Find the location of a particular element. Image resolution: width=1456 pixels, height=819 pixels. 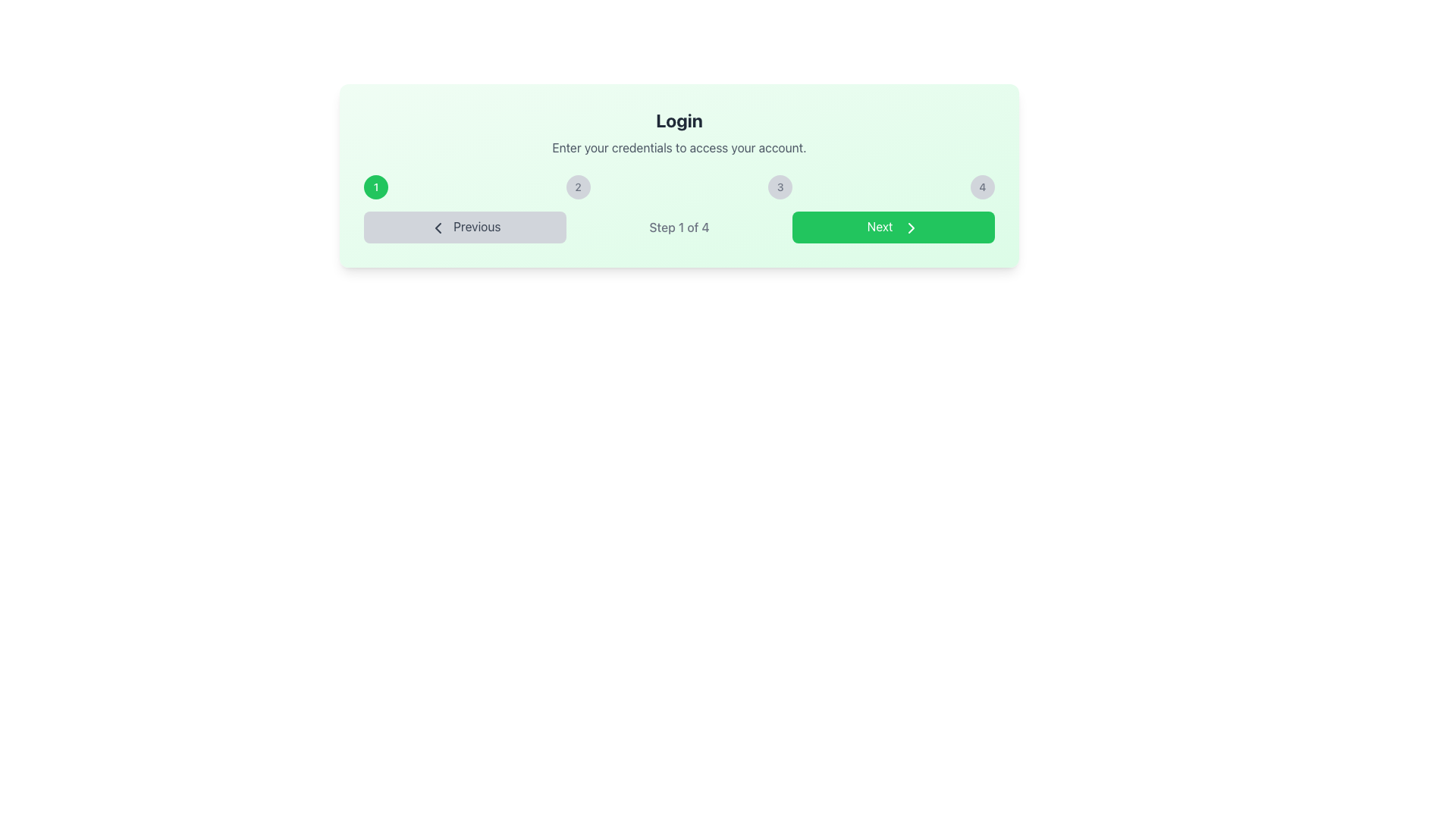

the left-pointing chevron icon contained within the 'Previous' button, which is styled minimally and positioned on the left side of the interface is located at coordinates (438, 227).